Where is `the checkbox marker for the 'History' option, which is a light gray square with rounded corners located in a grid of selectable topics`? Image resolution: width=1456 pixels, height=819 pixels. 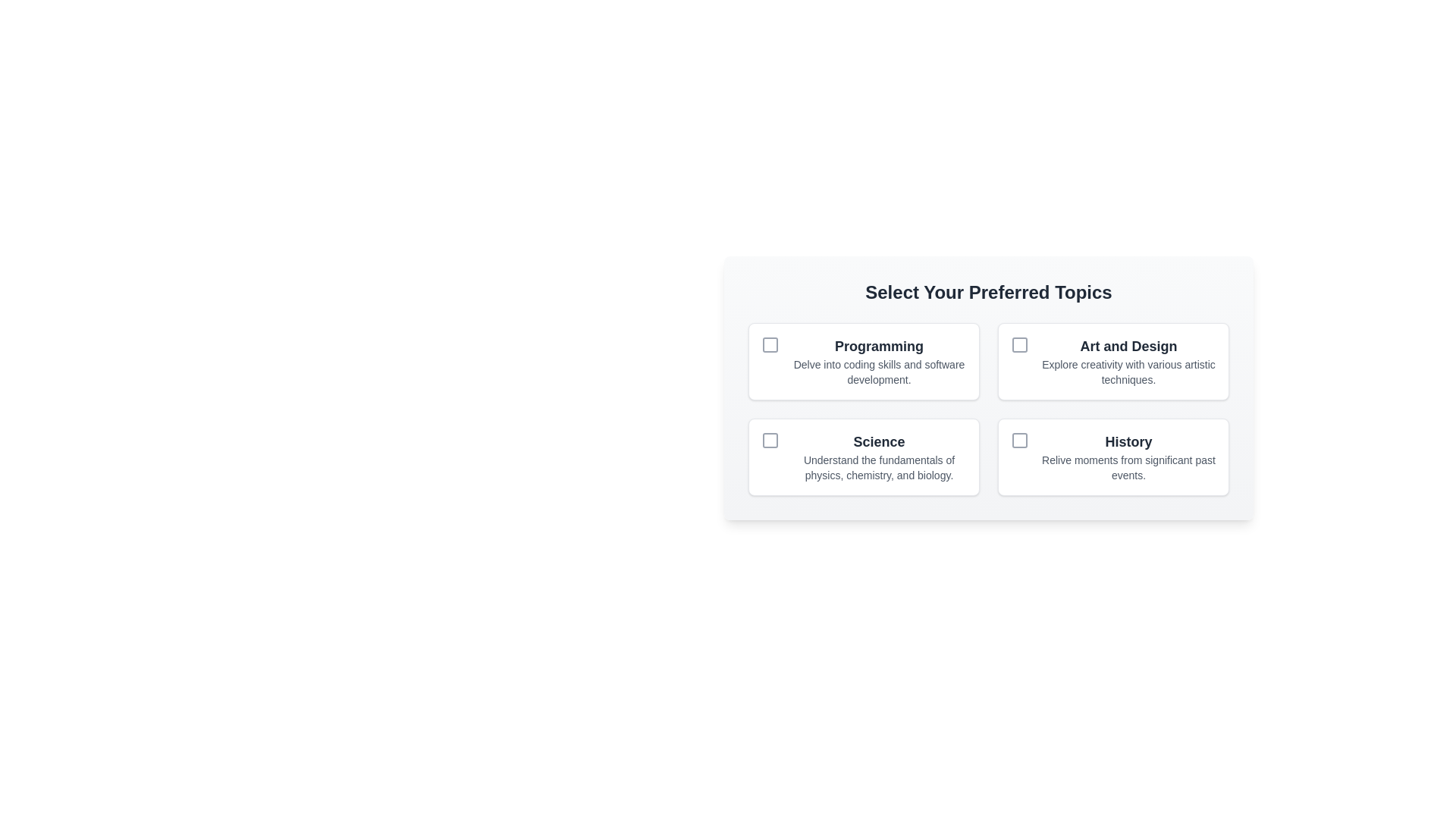 the checkbox marker for the 'History' option, which is a light gray square with rounded corners located in a grid of selectable topics is located at coordinates (1019, 441).